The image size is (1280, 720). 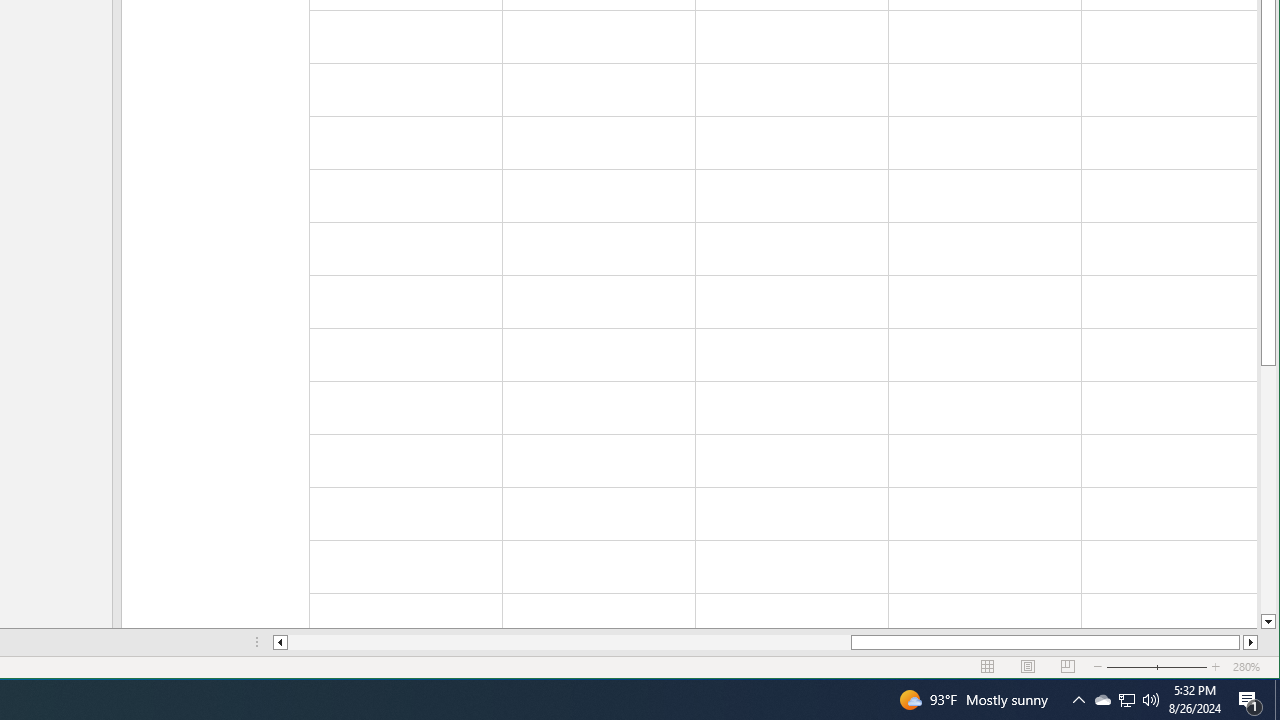 What do you see at coordinates (1078, 698) in the screenshot?
I see `'Notification Chevron'` at bounding box center [1078, 698].